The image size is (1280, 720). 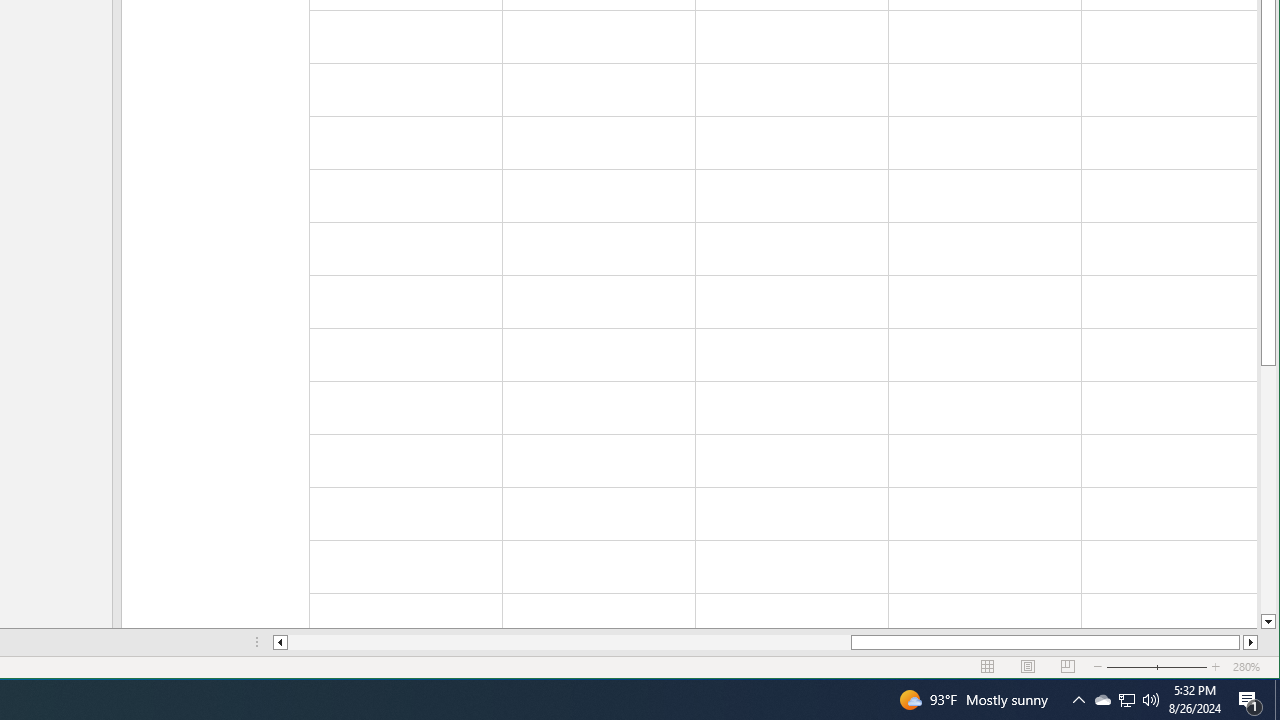 What do you see at coordinates (1078, 698) in the screenshot?
I see `'Notification Chevron'` at bounding box center [1078, 698].